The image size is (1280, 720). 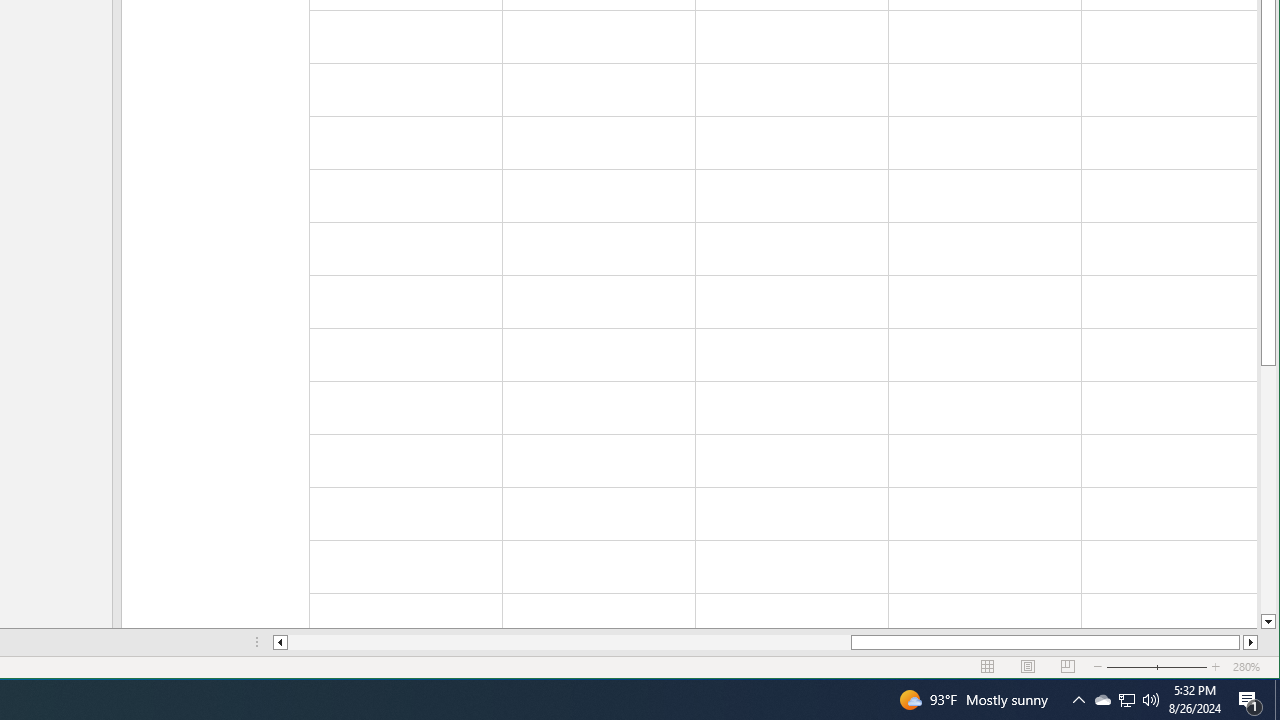 What do you see at coordinates (1078, 698) in the screenshot?
I see `'Notification Chevron'` at bounding box center [1078, 698].